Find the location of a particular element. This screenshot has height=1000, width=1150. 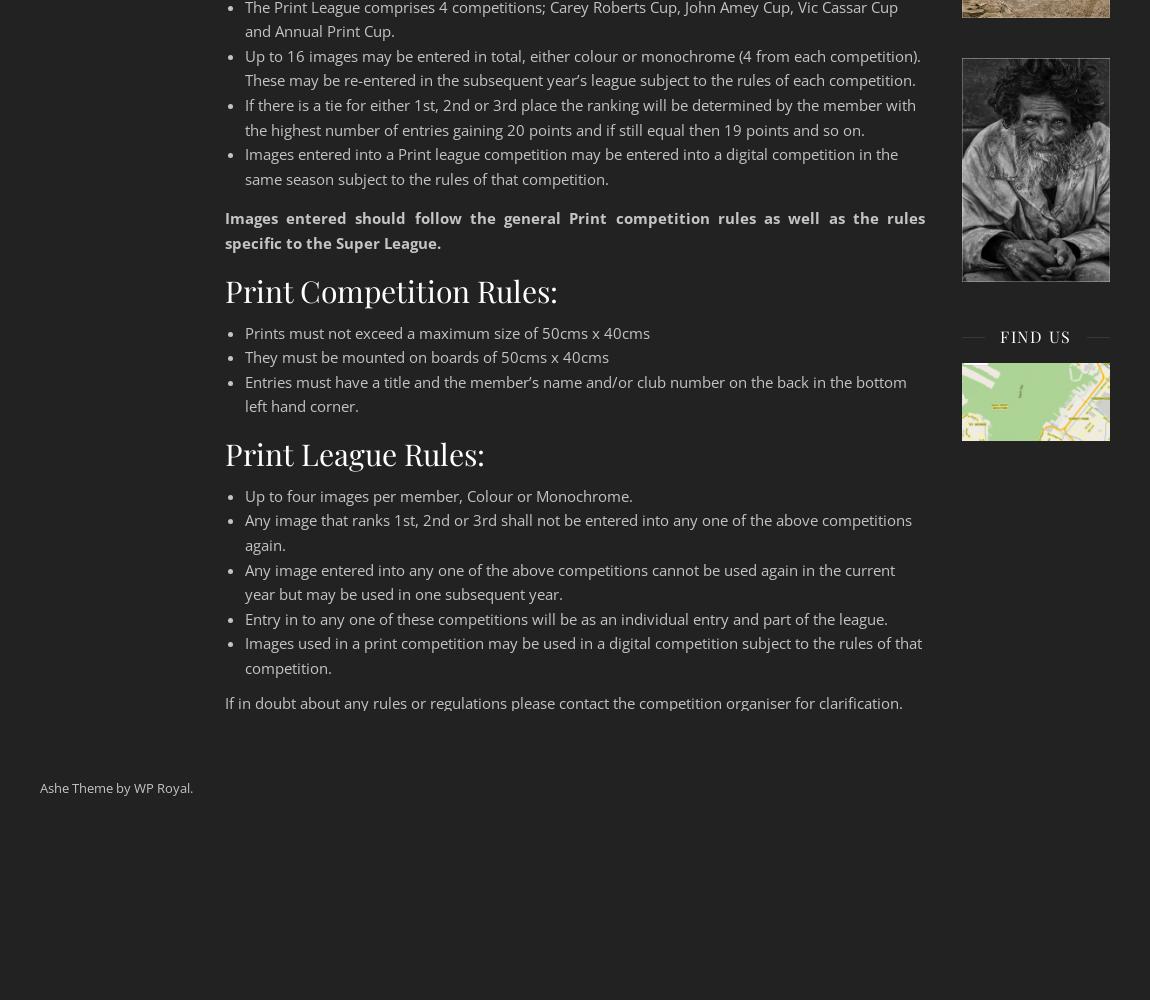

'Print Competition Rules:' is located at coordinates (391, 290).